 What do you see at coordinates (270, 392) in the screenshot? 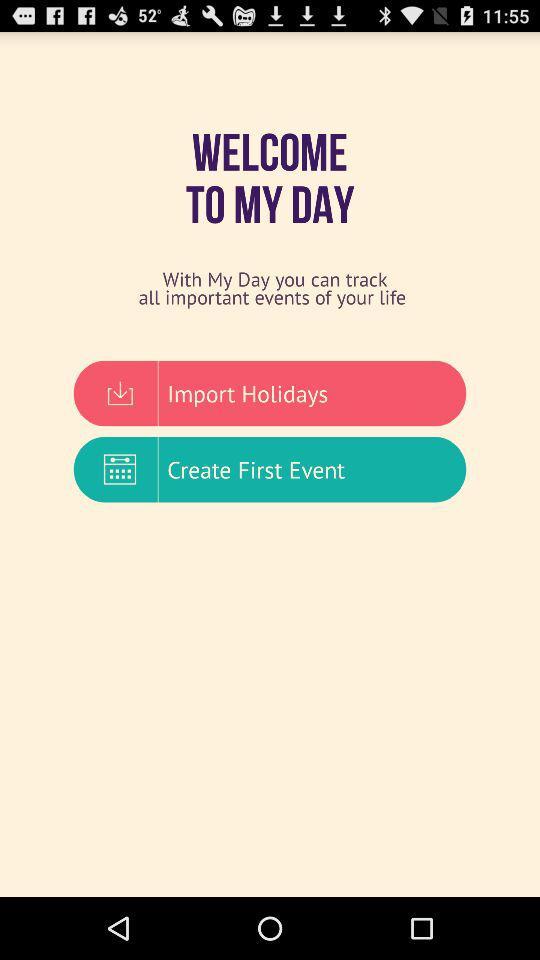
I see `the import holidays item` at bounding box center [270, 392].